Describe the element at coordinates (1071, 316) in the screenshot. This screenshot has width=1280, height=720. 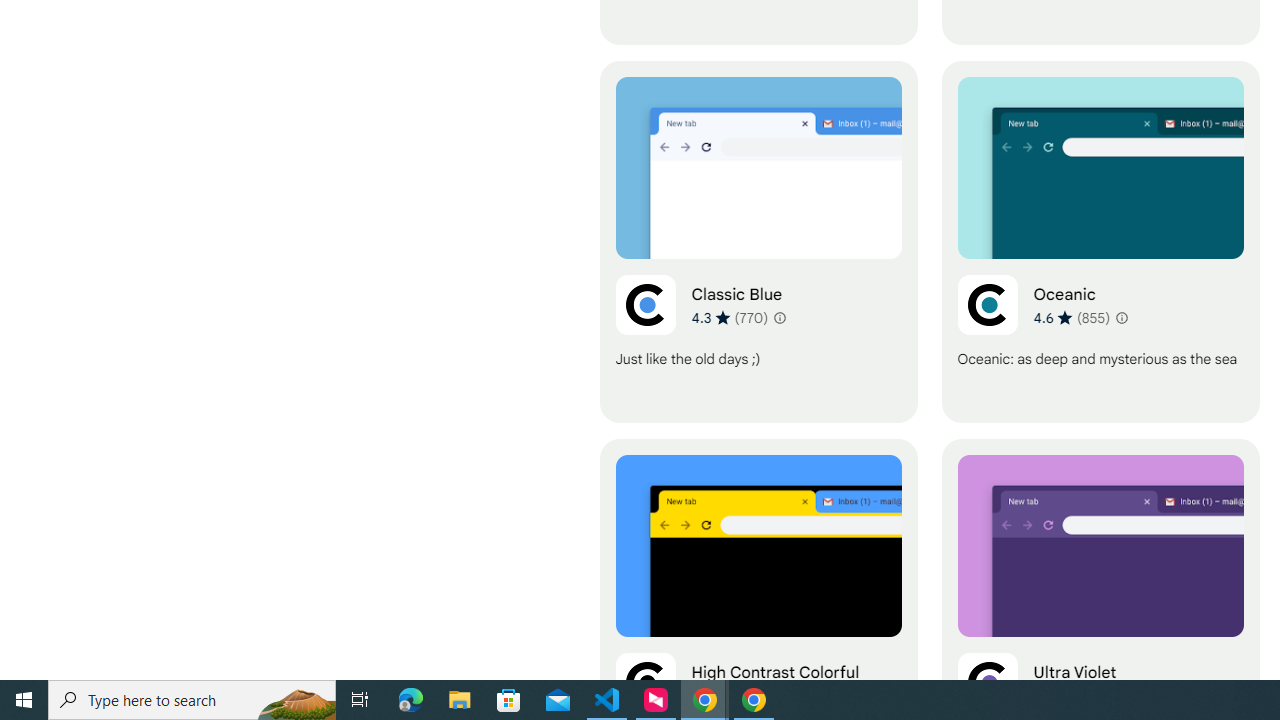
I see `'Average rating 4.6 out of 5 stars. 855 ratings.'` at that location.